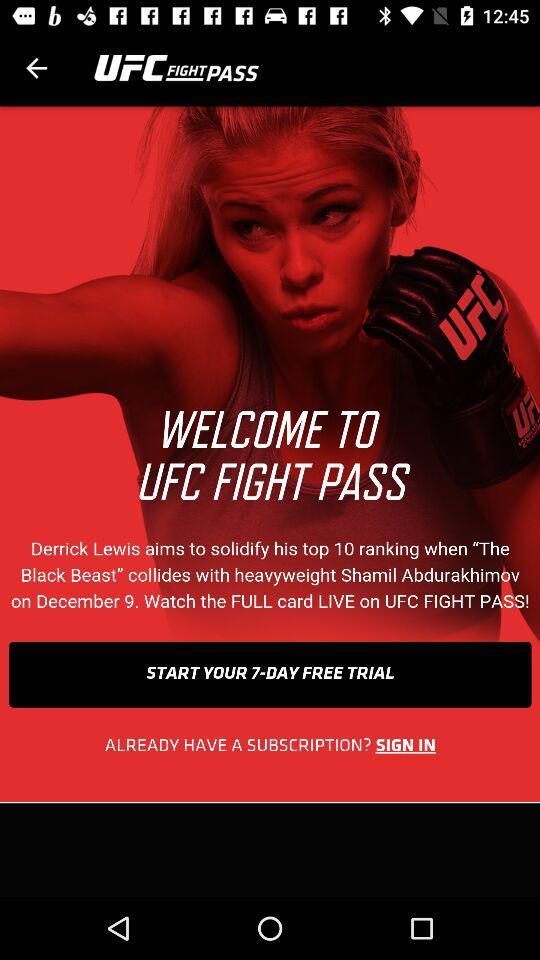 This screenshot has height=960, width=540. I want to click on pack page, so click(36, 68).